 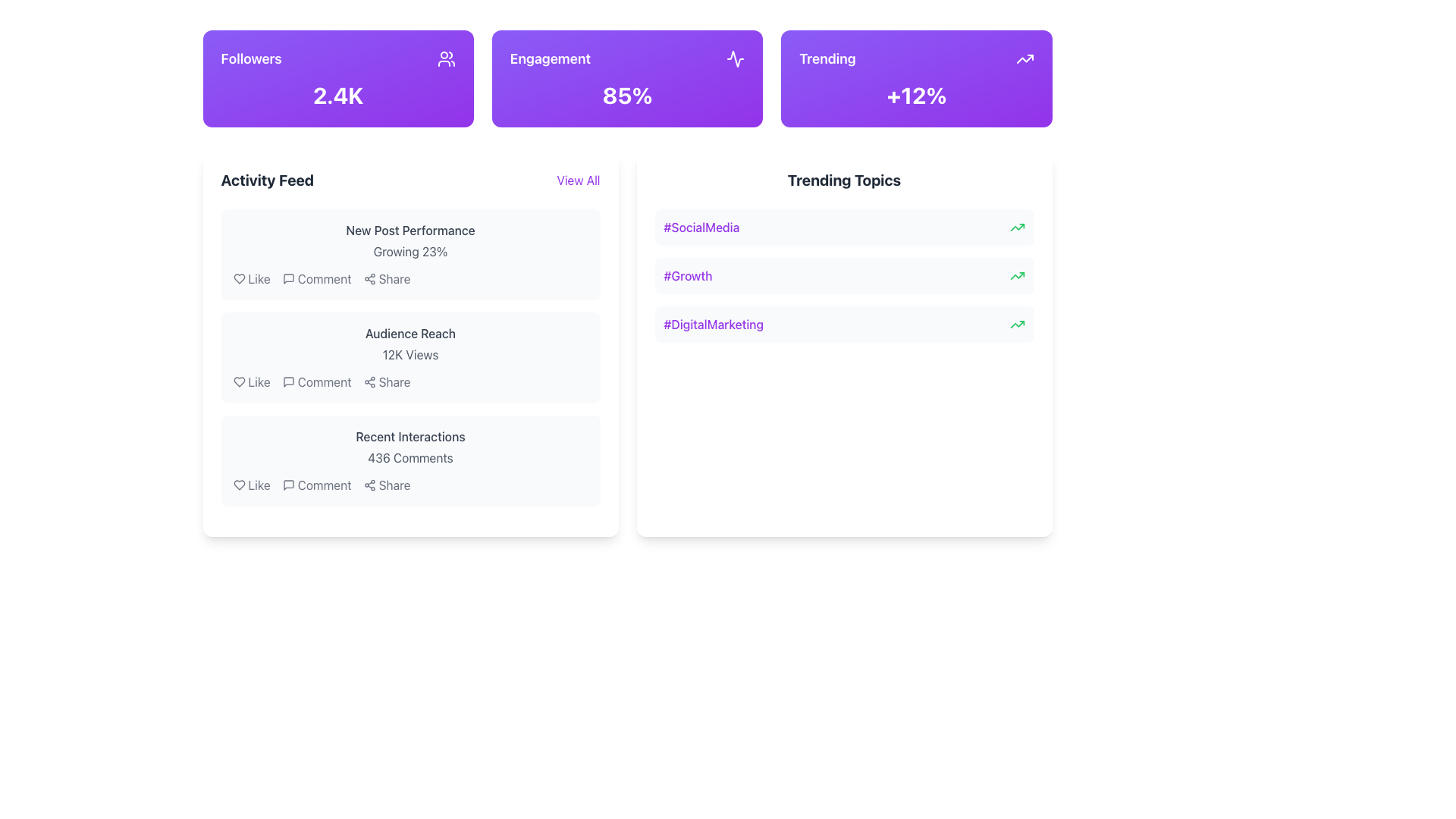 I want to click on the 'Comment' icon located in the 'Recent Interactions' section of the 'Activity Feed', which is positioned to the right of the 'Like' heart icon, so click(x=288, y=485).